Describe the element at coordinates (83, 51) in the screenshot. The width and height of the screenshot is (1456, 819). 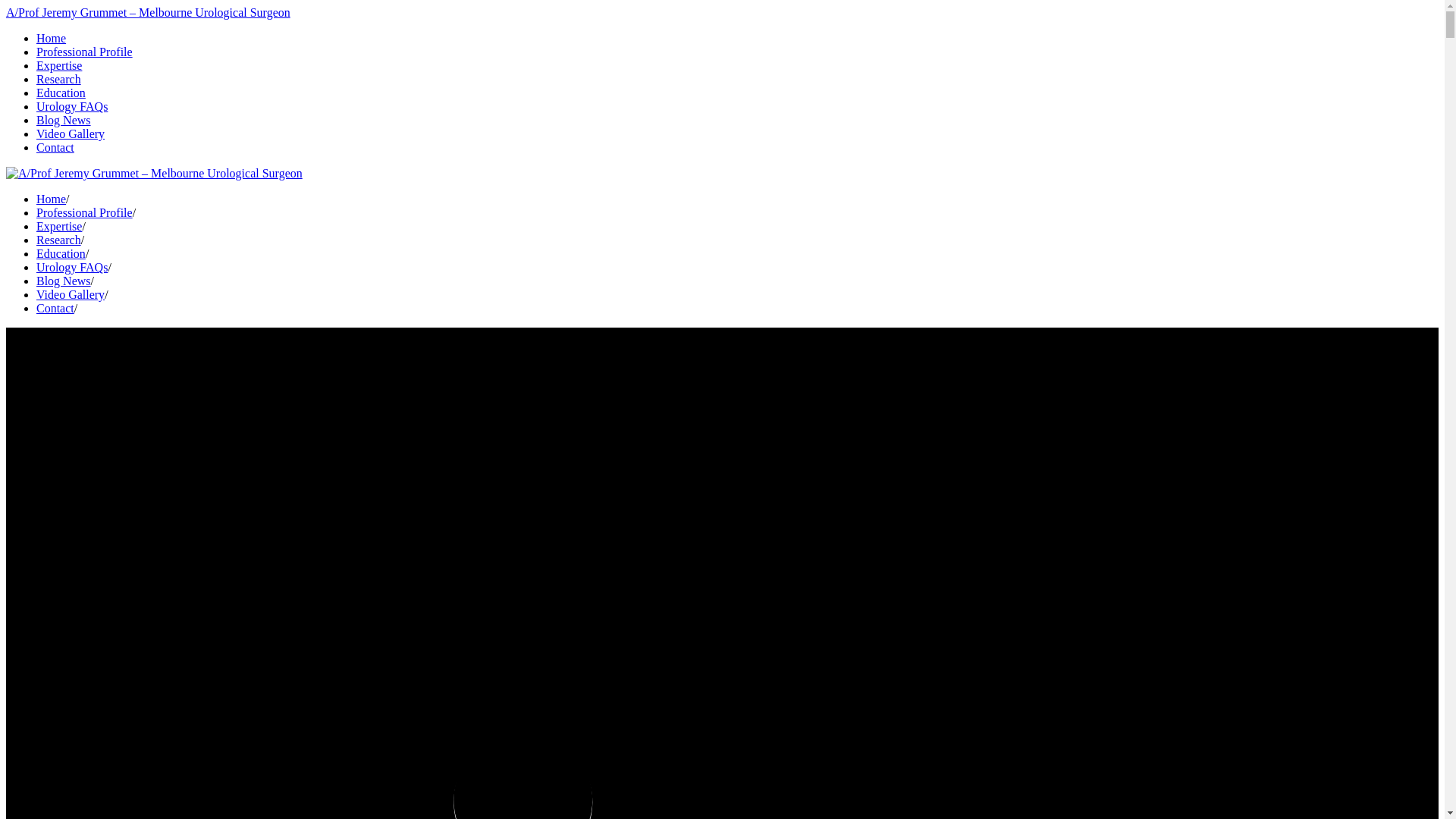
I see `'Professional Profile'` at that location.